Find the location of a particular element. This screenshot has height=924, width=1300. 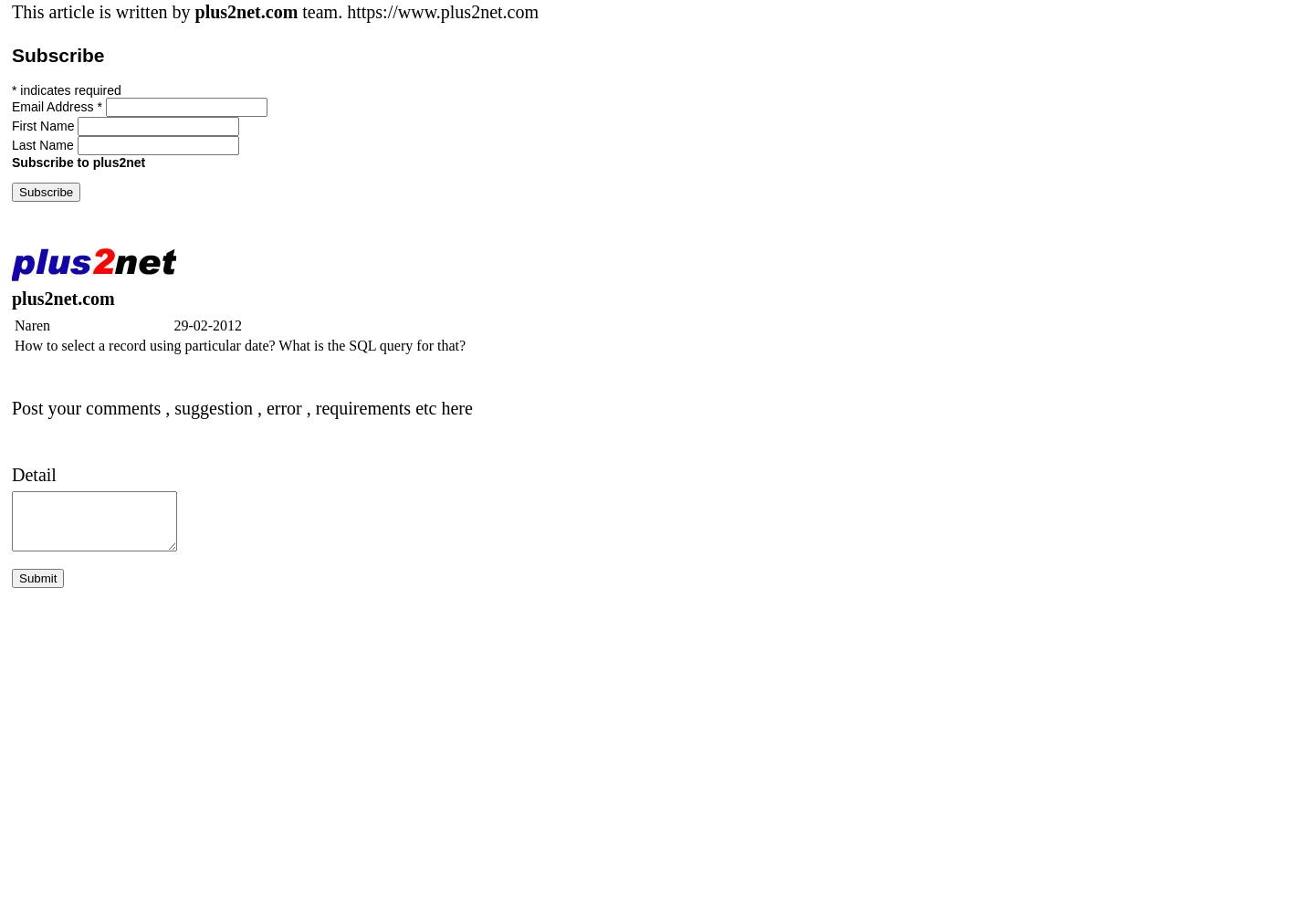

'Naren' is located at coordinates (32, 323).